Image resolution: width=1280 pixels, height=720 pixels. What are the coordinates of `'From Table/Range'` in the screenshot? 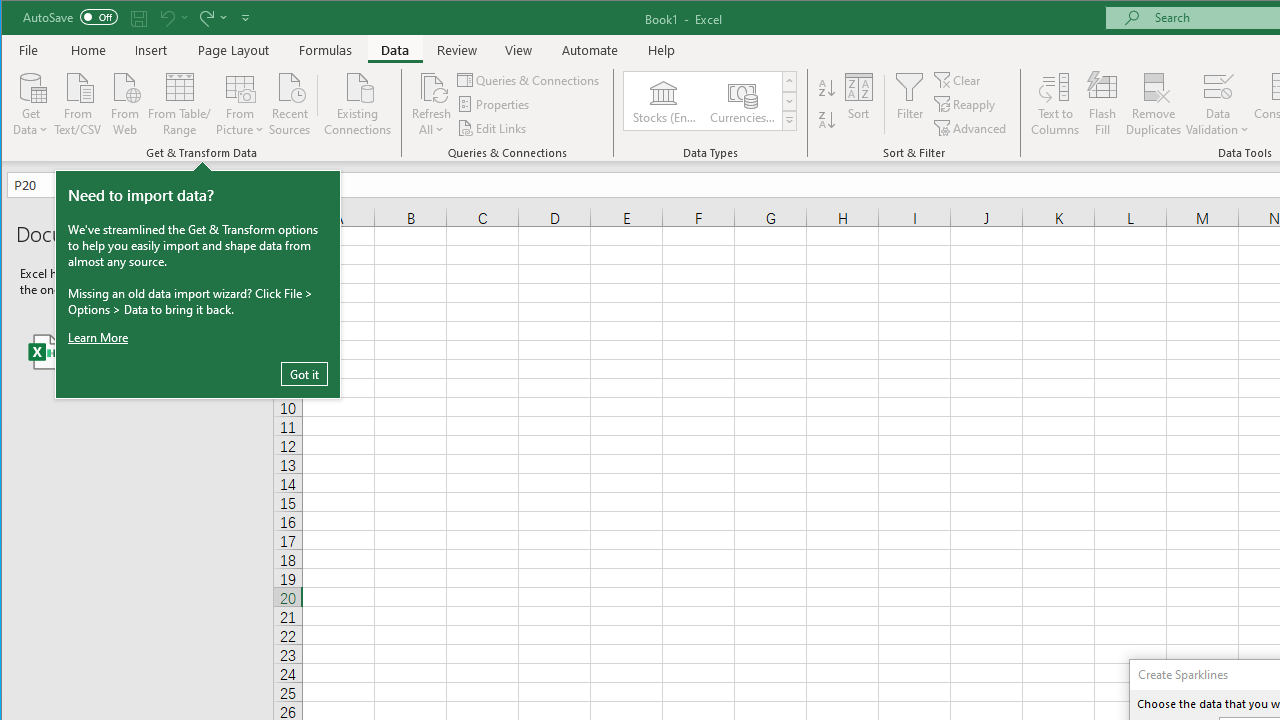 It's located at (179, 102).